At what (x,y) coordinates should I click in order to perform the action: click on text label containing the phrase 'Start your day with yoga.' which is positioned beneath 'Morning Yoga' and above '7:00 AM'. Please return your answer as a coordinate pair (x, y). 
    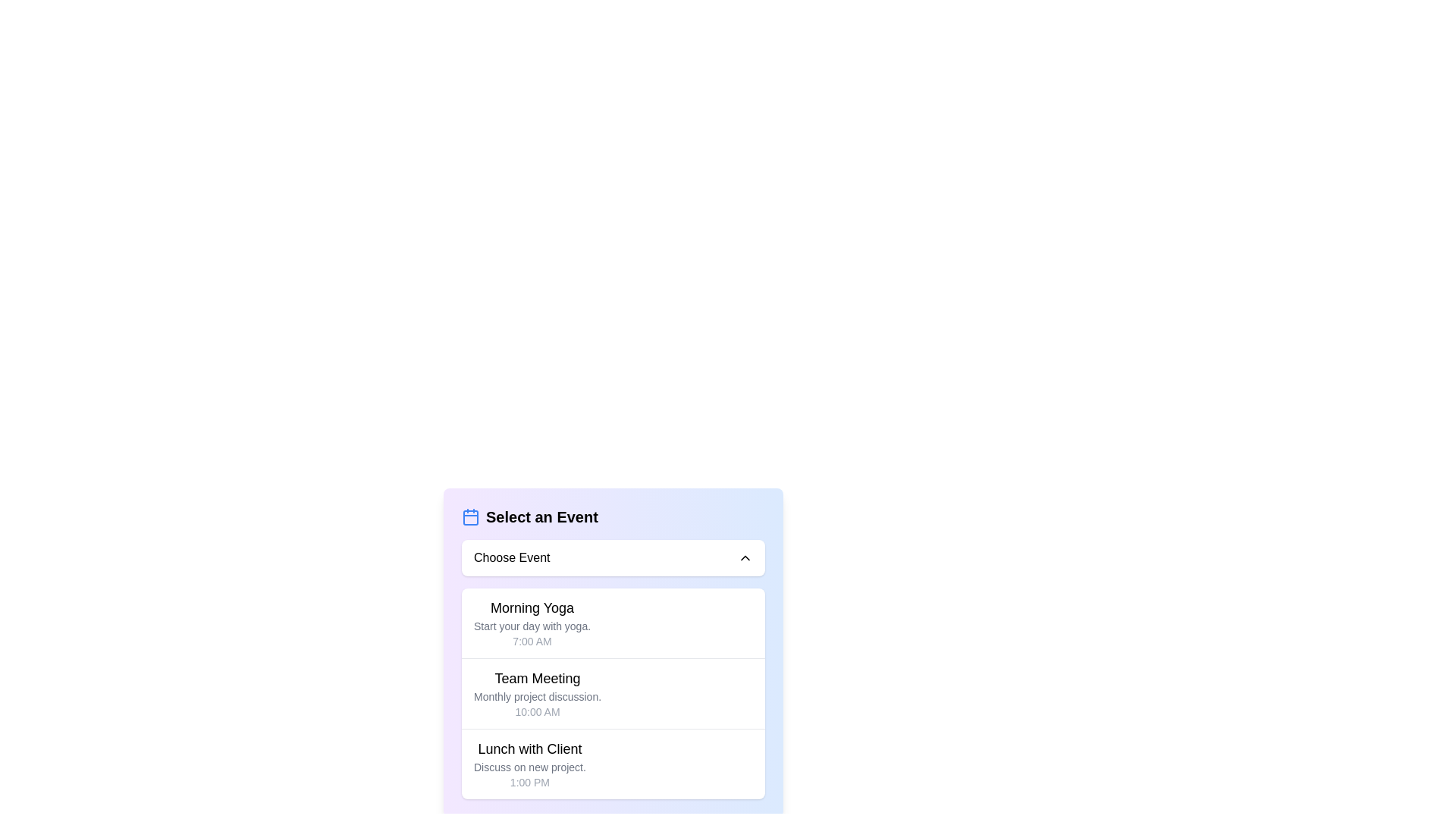
    Looking at the image, I should click on (532, 626).